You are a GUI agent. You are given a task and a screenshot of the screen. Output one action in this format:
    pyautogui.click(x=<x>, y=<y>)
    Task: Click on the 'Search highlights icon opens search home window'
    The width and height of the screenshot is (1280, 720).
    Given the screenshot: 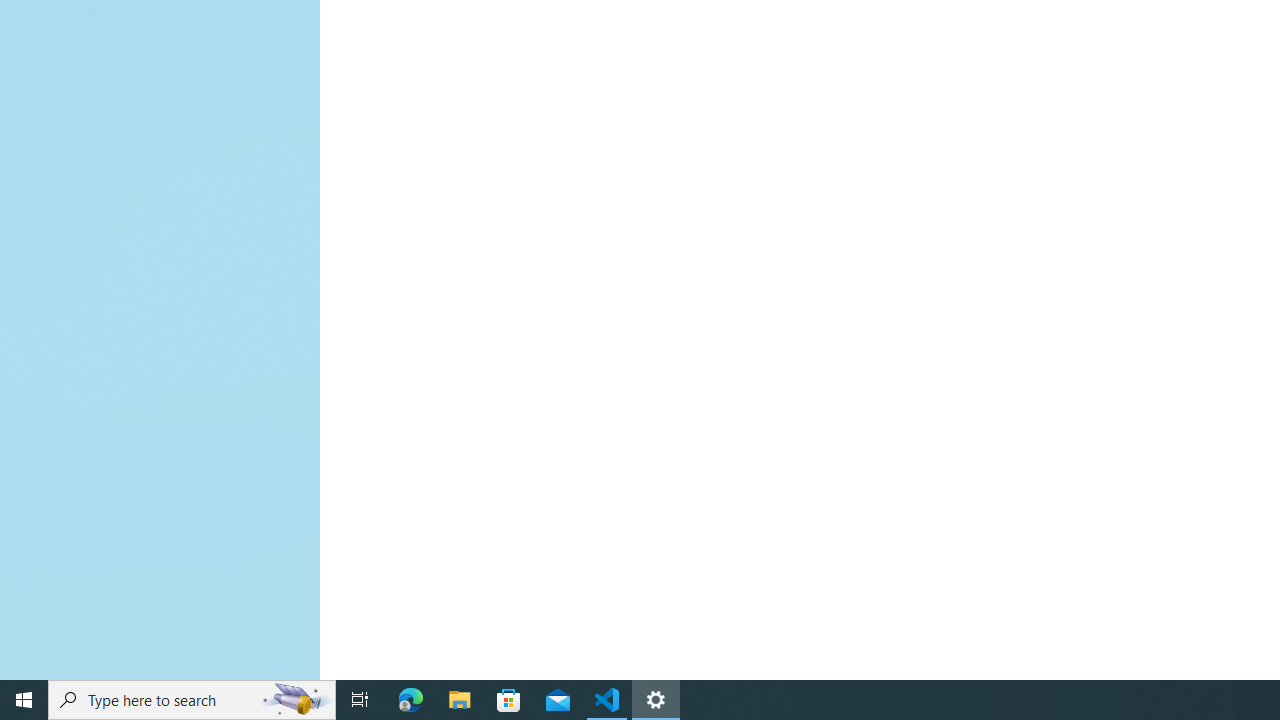 What is the action you would take?
    pyautogui.click(x=294, y=698)
    